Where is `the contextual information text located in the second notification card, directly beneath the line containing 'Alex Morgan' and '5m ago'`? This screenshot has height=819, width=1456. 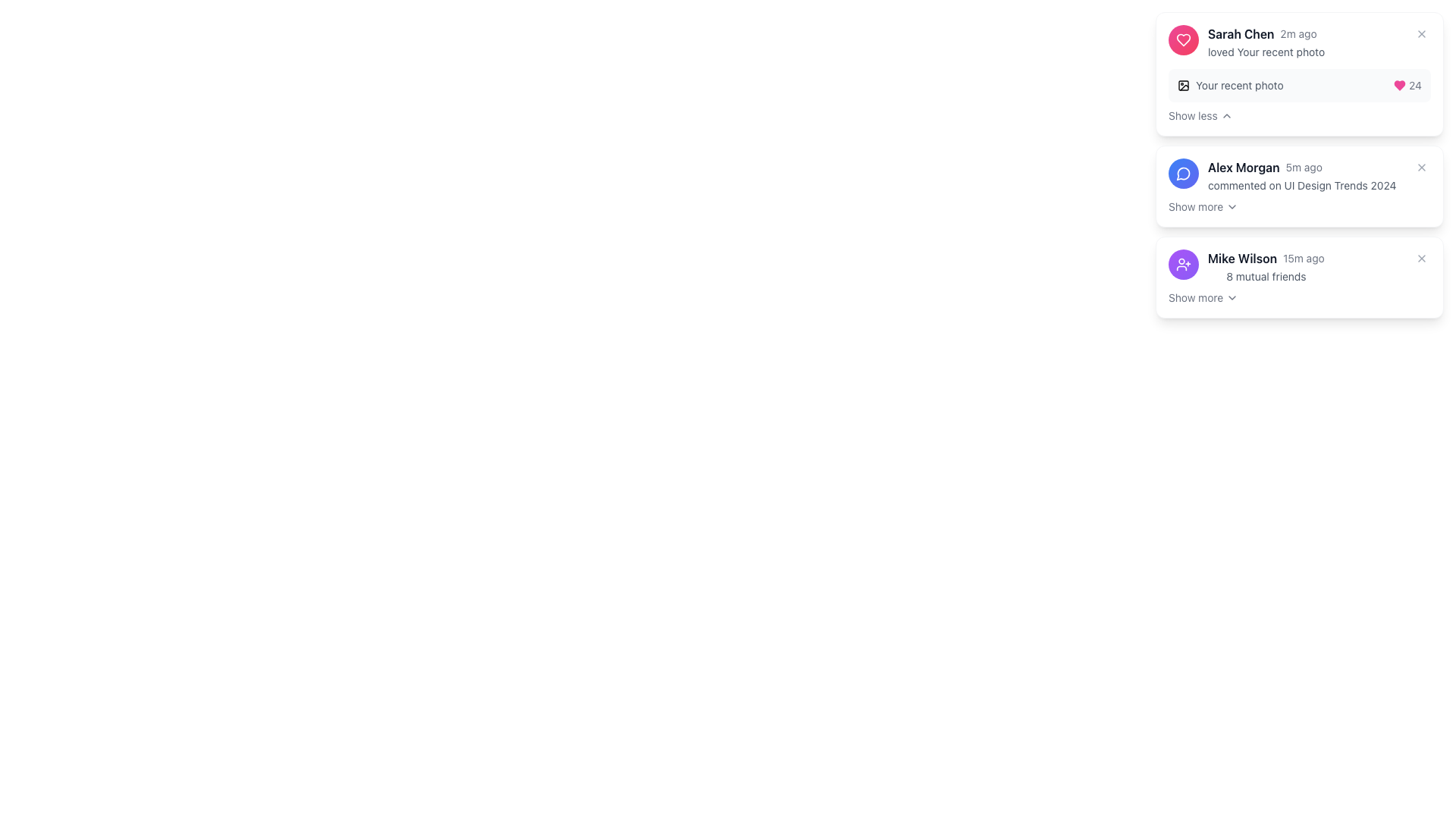 the contextual information text located in the second notification card, directly beneath the line containing 'Alex Morgan' and '5m ago' is located at coordinates (1301, 185).